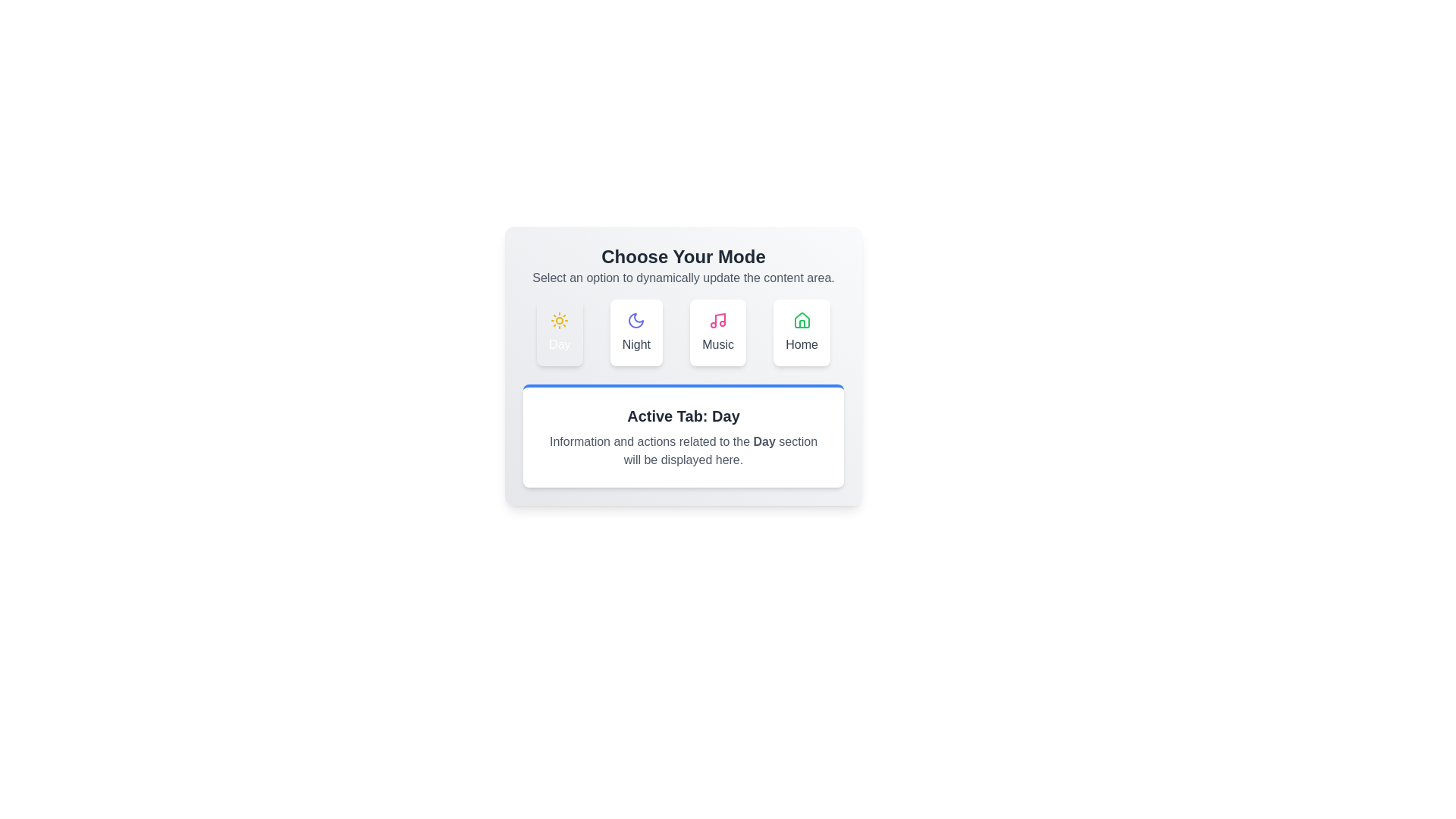  What do you see at coordinates (636, 320) in the screenshot?
I see `the representation of the 'Night' mode icon, which is the second button in the row beneath the 'Choose Your Mode' heading` at bounding box center [636, 320].